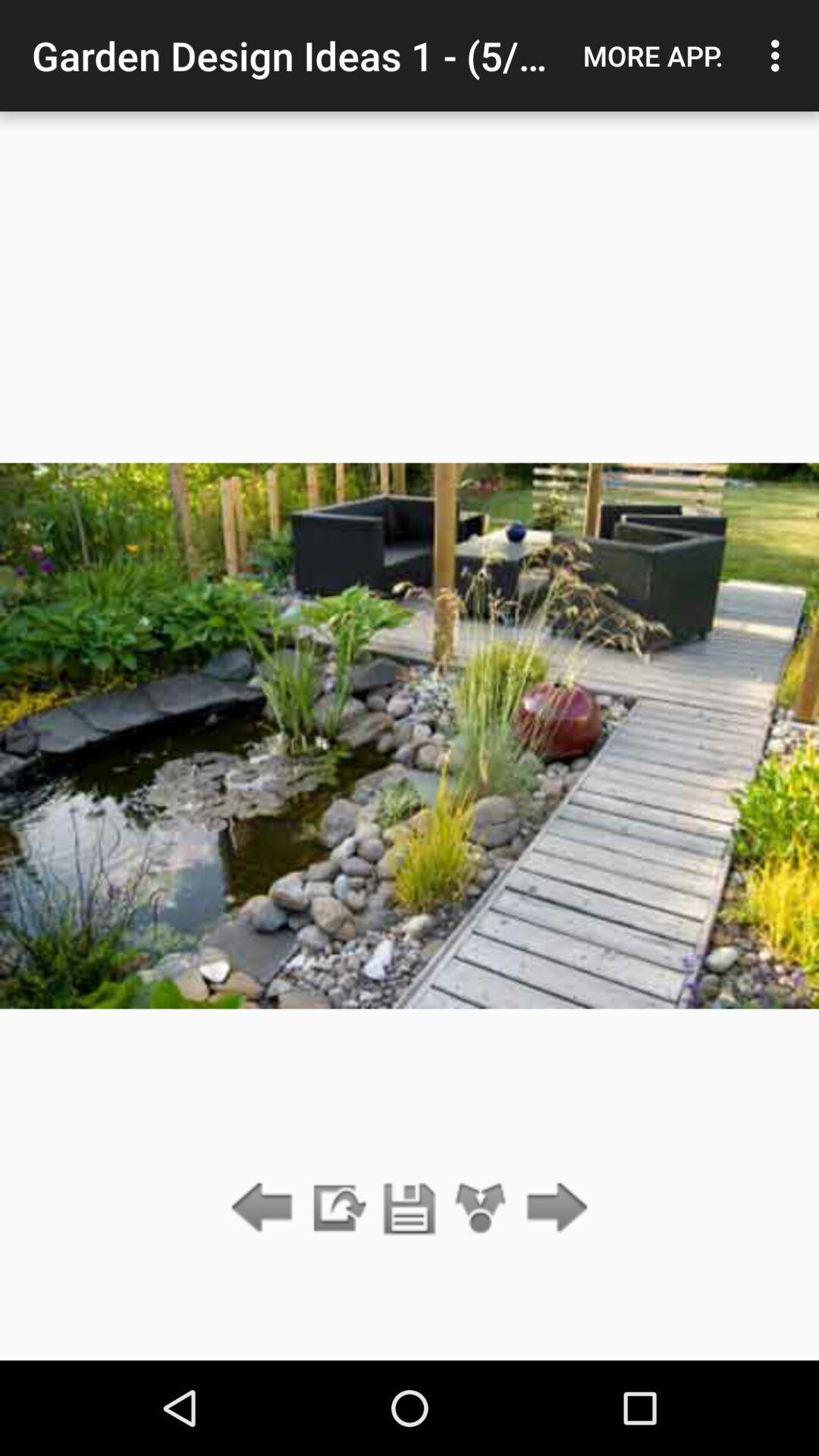  I want to click on image, so click(409, 1208).